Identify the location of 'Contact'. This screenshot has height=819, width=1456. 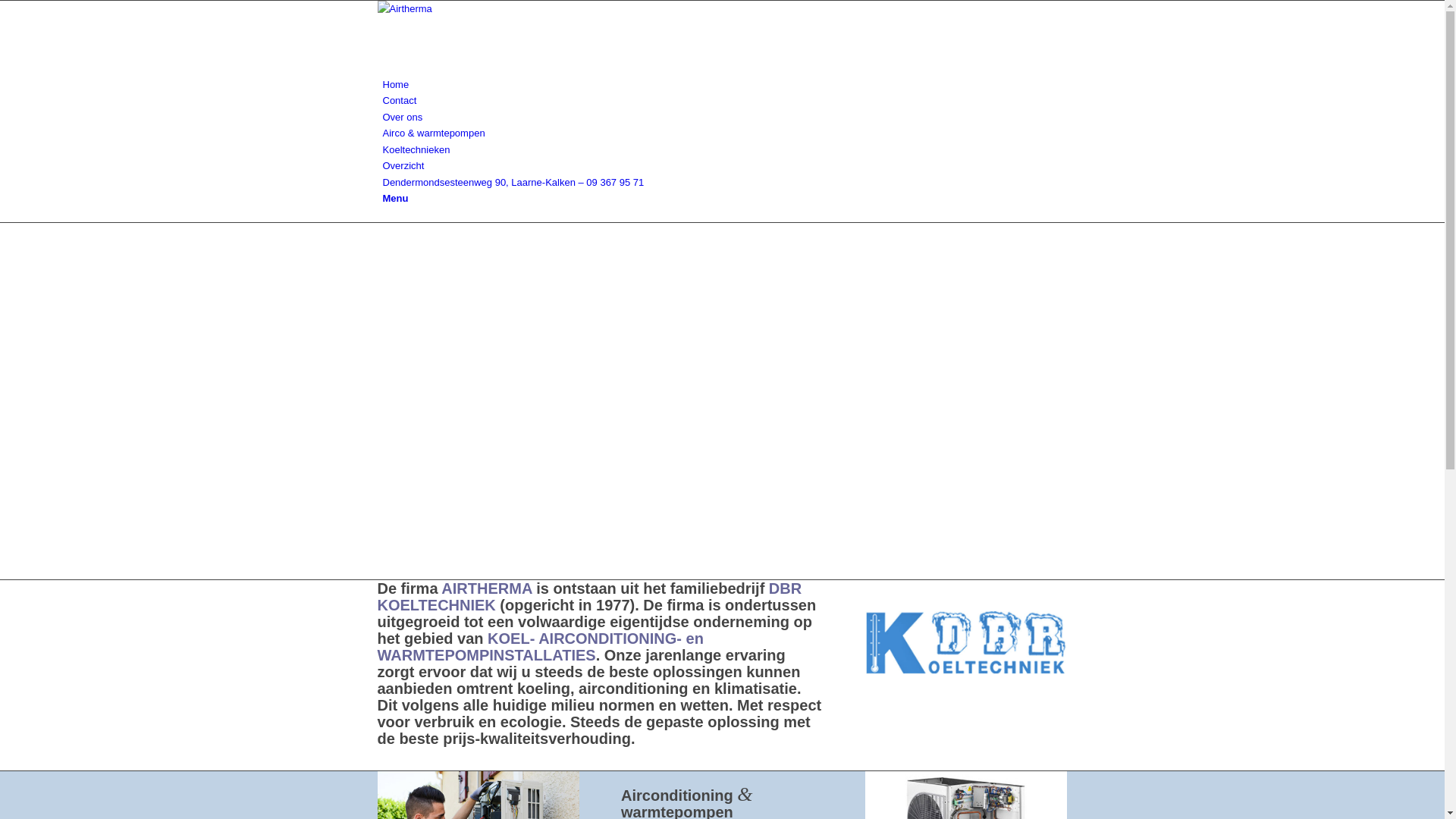
(382, 100).